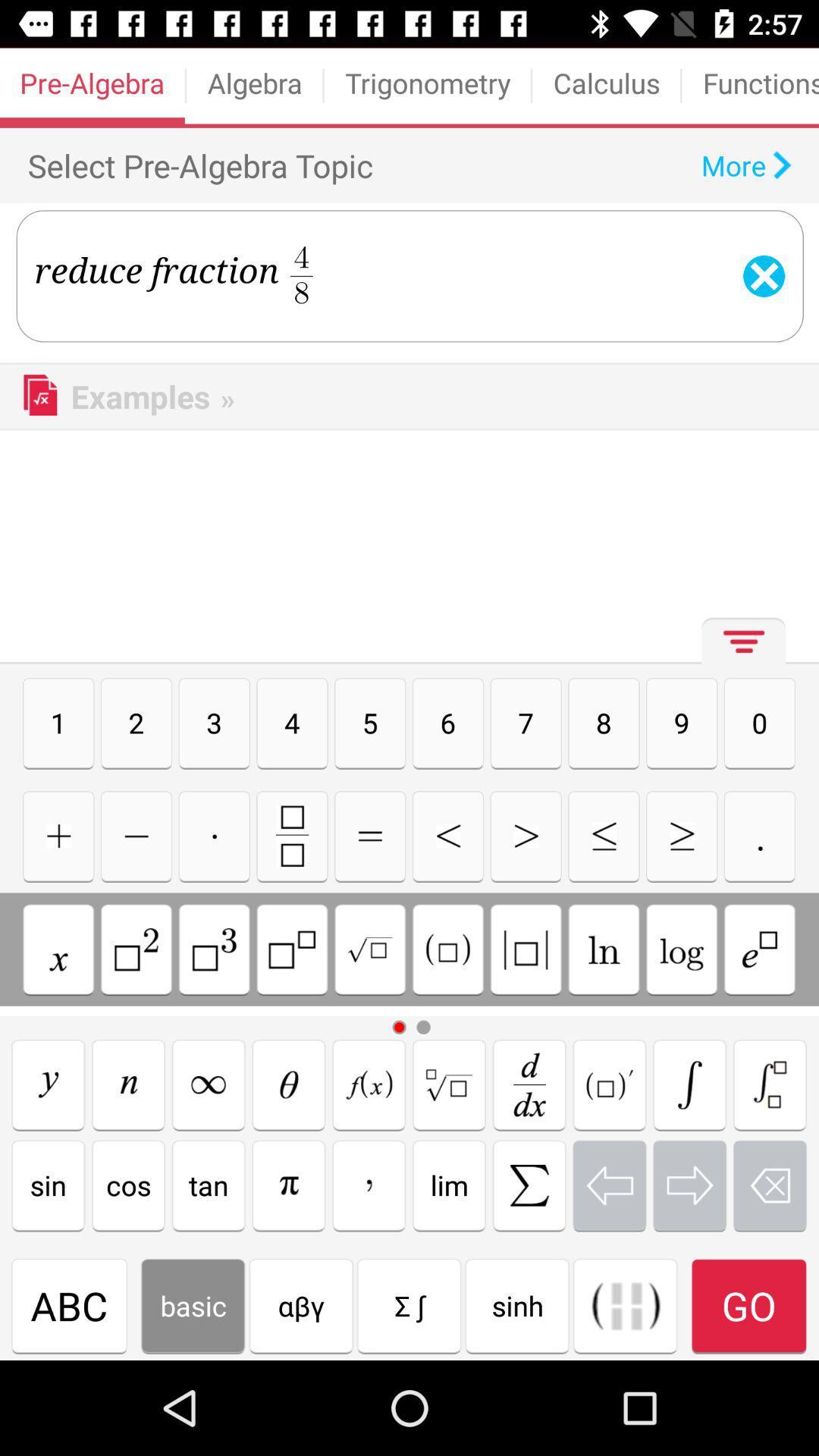  Describe the element at coordinates (603, 949) in the screenshot. I see `natural logarithm` at that location.